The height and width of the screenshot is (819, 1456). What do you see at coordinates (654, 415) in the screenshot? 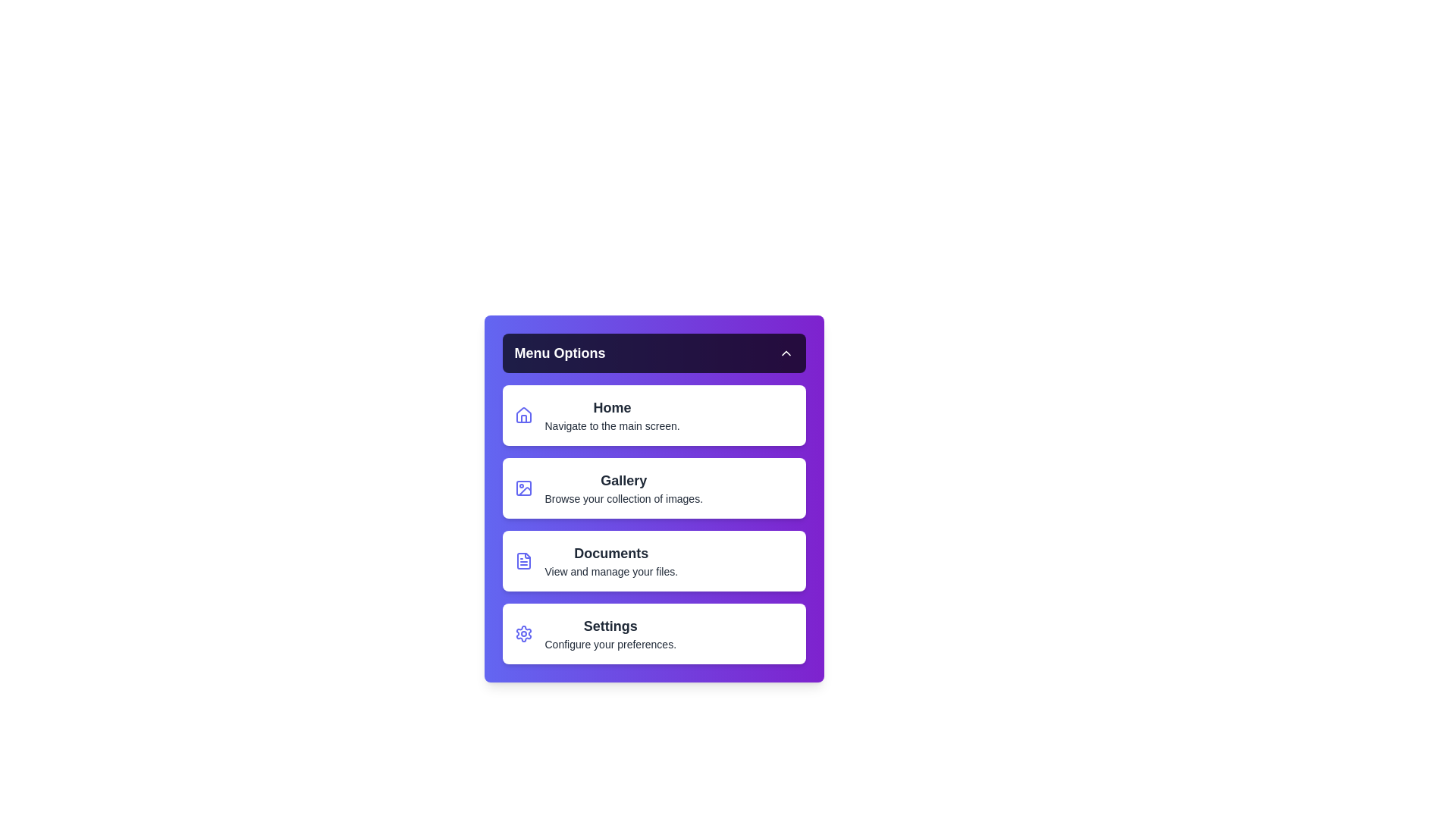
I see `the menu item Home to observe visual changes` at bounding box center [654, 415].